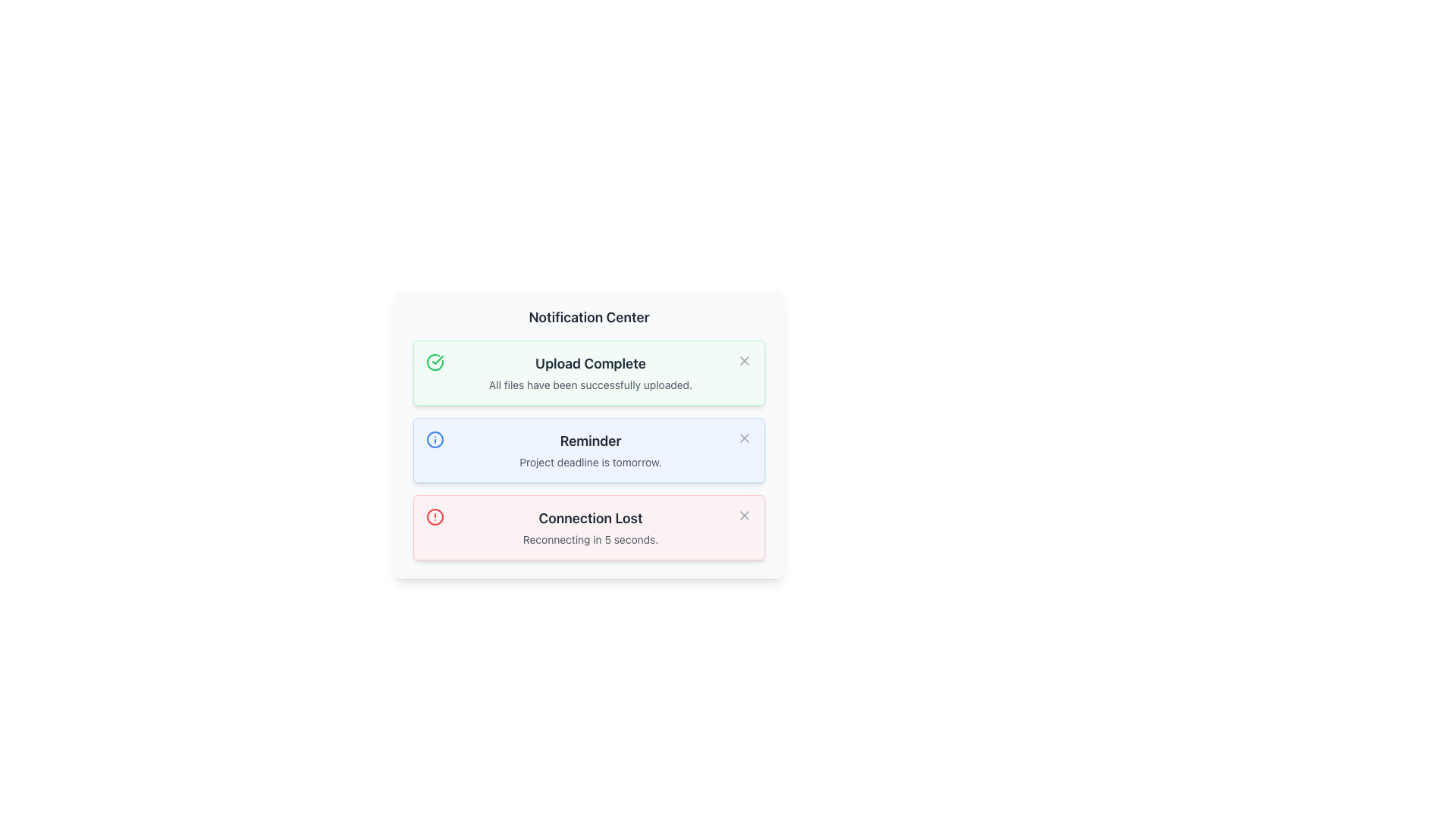 The image size is (1456, 819). I want to click on the dismiss button located on the rightmost side of the 'Reminder: Project deadline is tomorrow' notification, so click(739, 438).